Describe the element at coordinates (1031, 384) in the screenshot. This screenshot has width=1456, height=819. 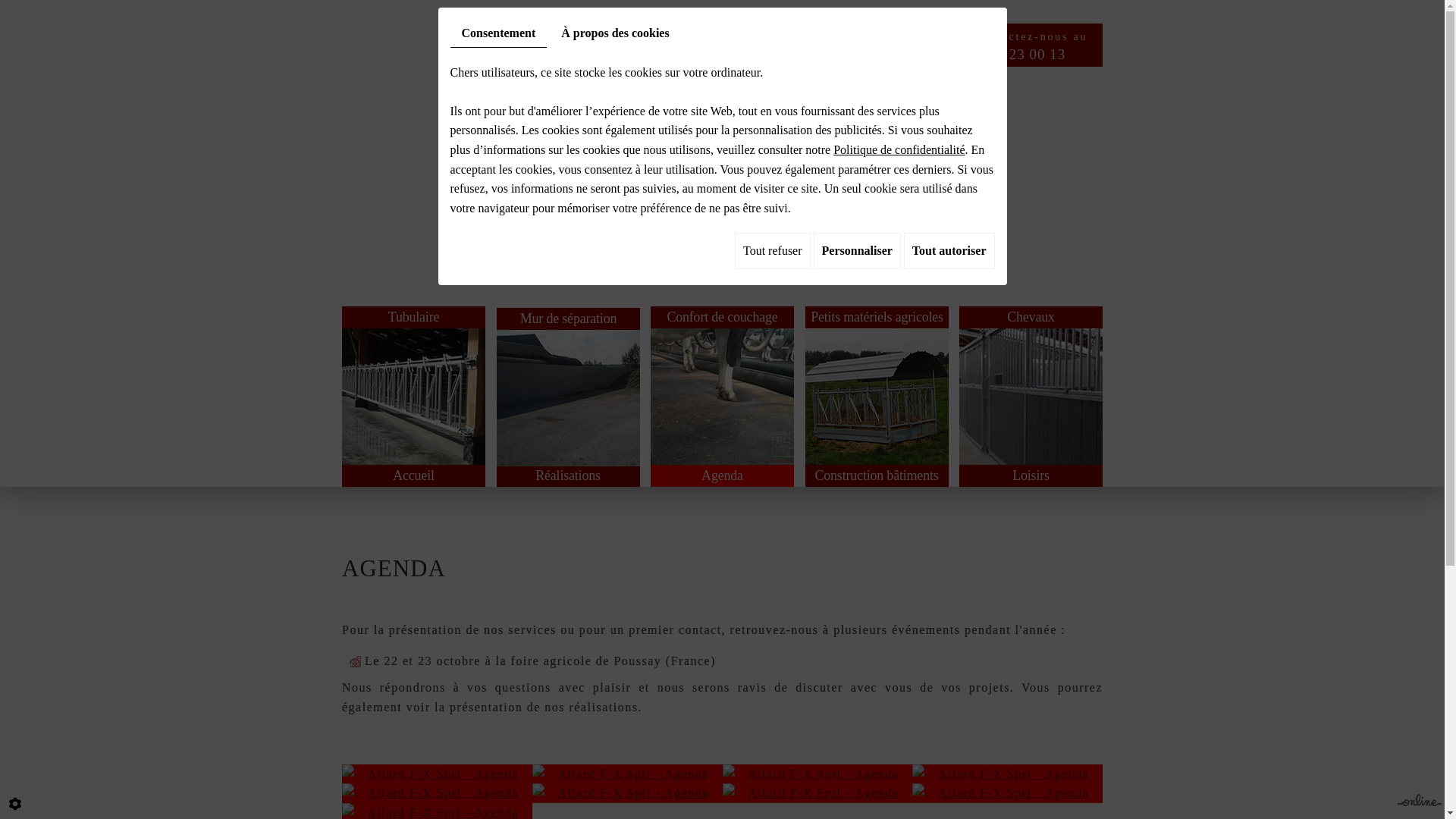
I see `'Chevaux'` at that location.